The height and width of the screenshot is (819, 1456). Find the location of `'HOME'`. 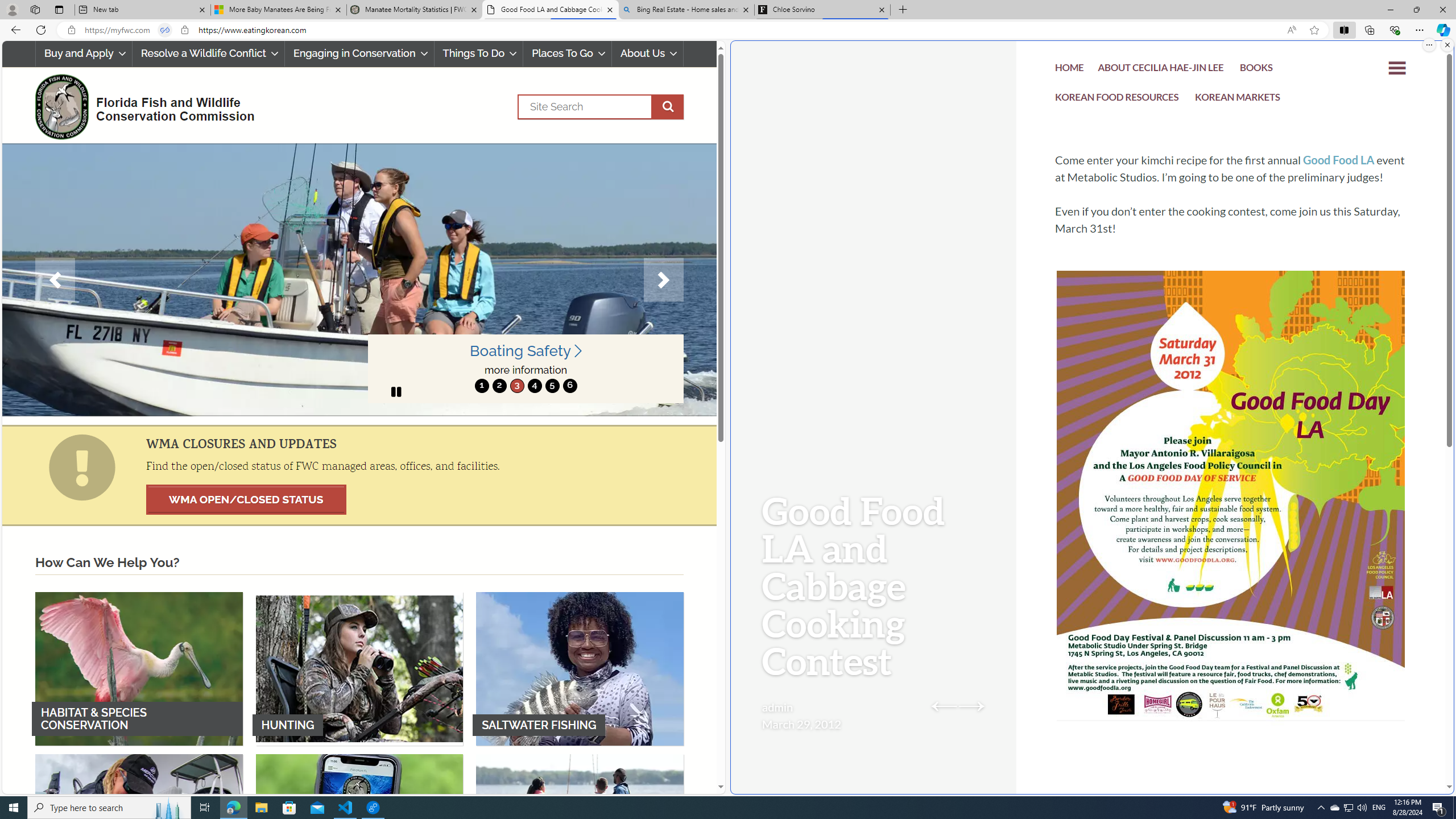

'HOME' is located at coordinates (1069, 69).